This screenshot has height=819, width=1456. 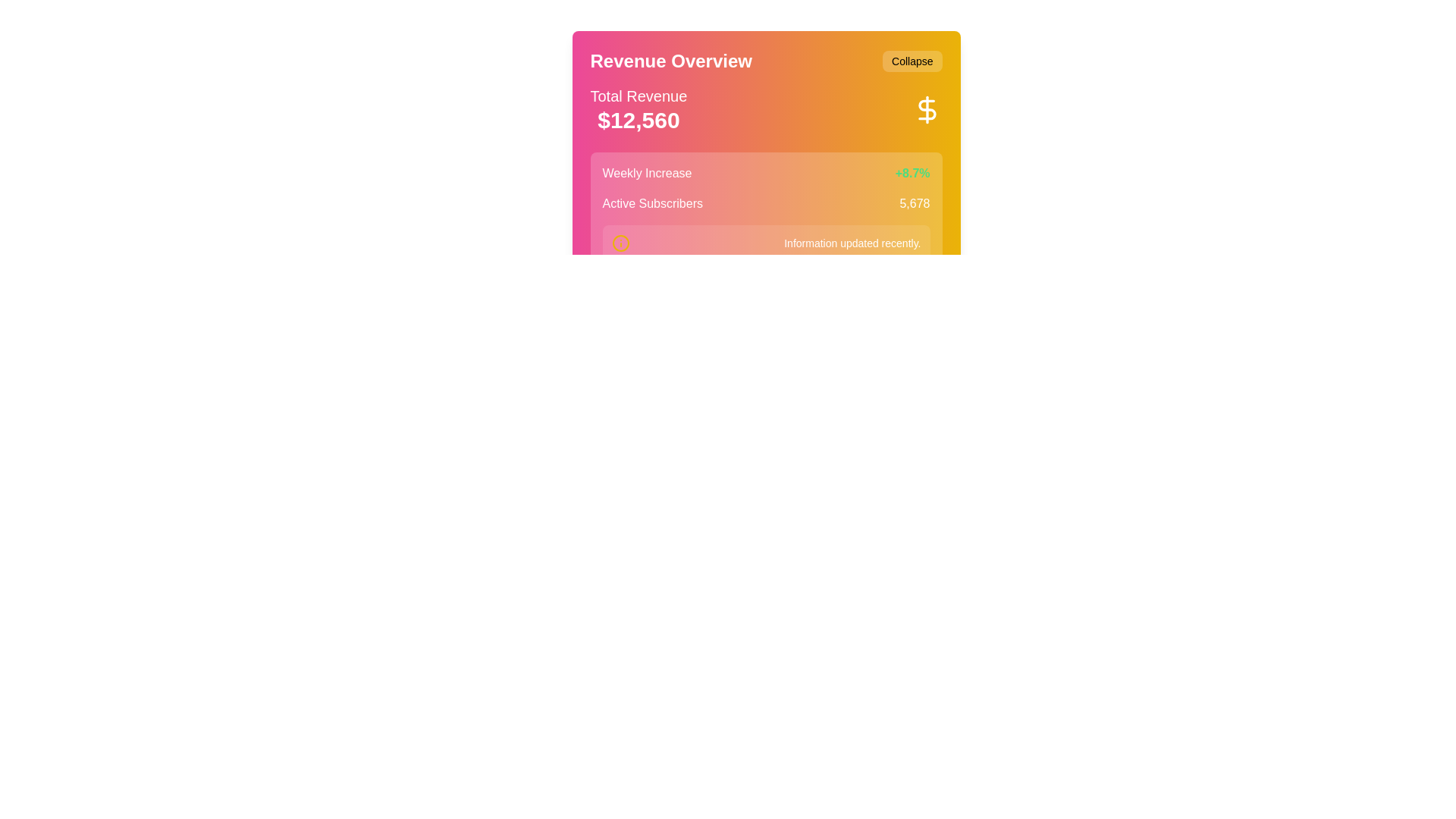 I want to click on the text label that displays 'Information updated recently.', so click(x=852, y=242).